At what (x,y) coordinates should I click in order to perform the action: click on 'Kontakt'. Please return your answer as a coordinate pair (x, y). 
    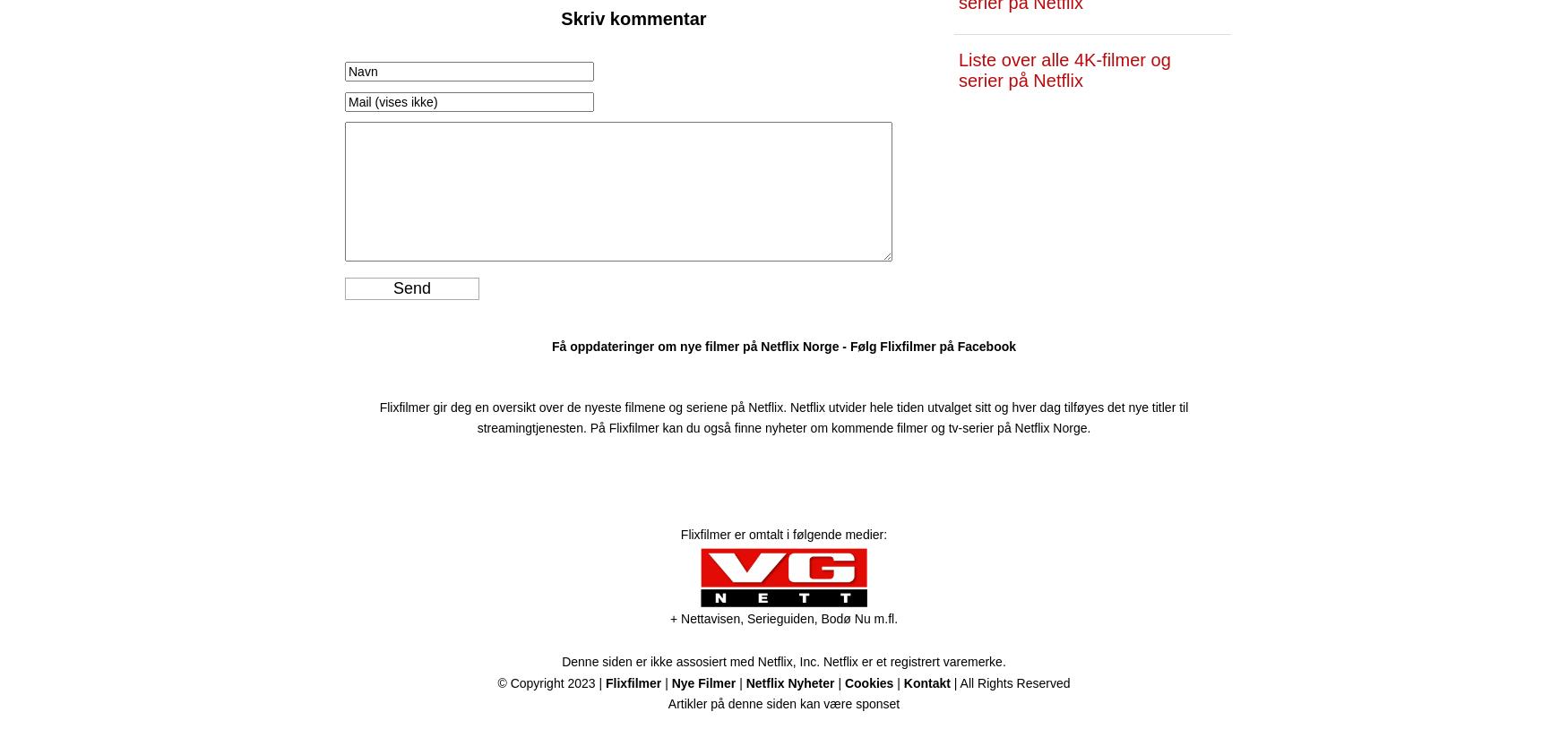
    Looking at the image, I should click on (926, 682).